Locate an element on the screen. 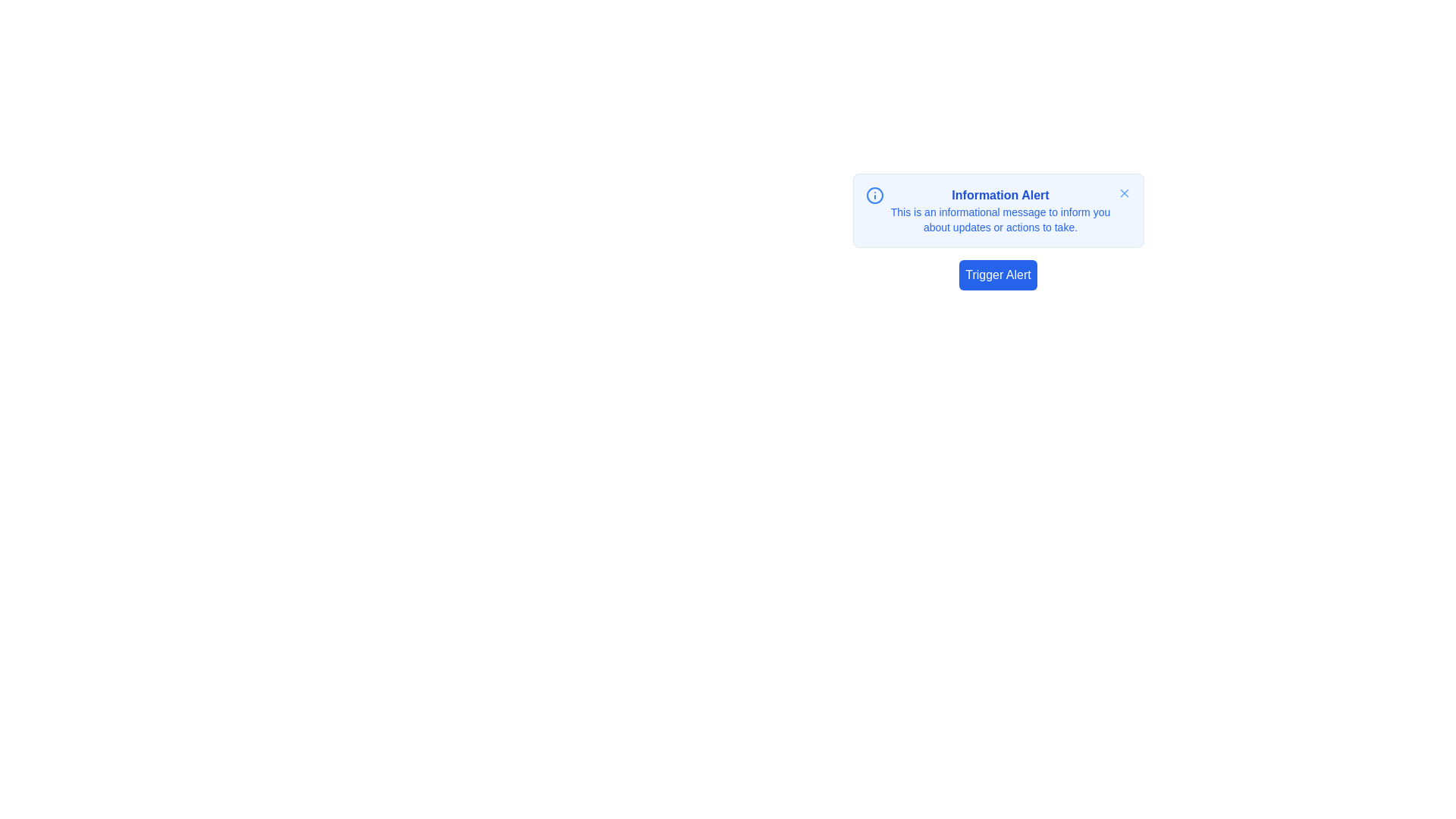 This screenshot has width=1456, height=819. the close button located at the top-right corner of the informational alert box is located at coordinates (1124, 192).